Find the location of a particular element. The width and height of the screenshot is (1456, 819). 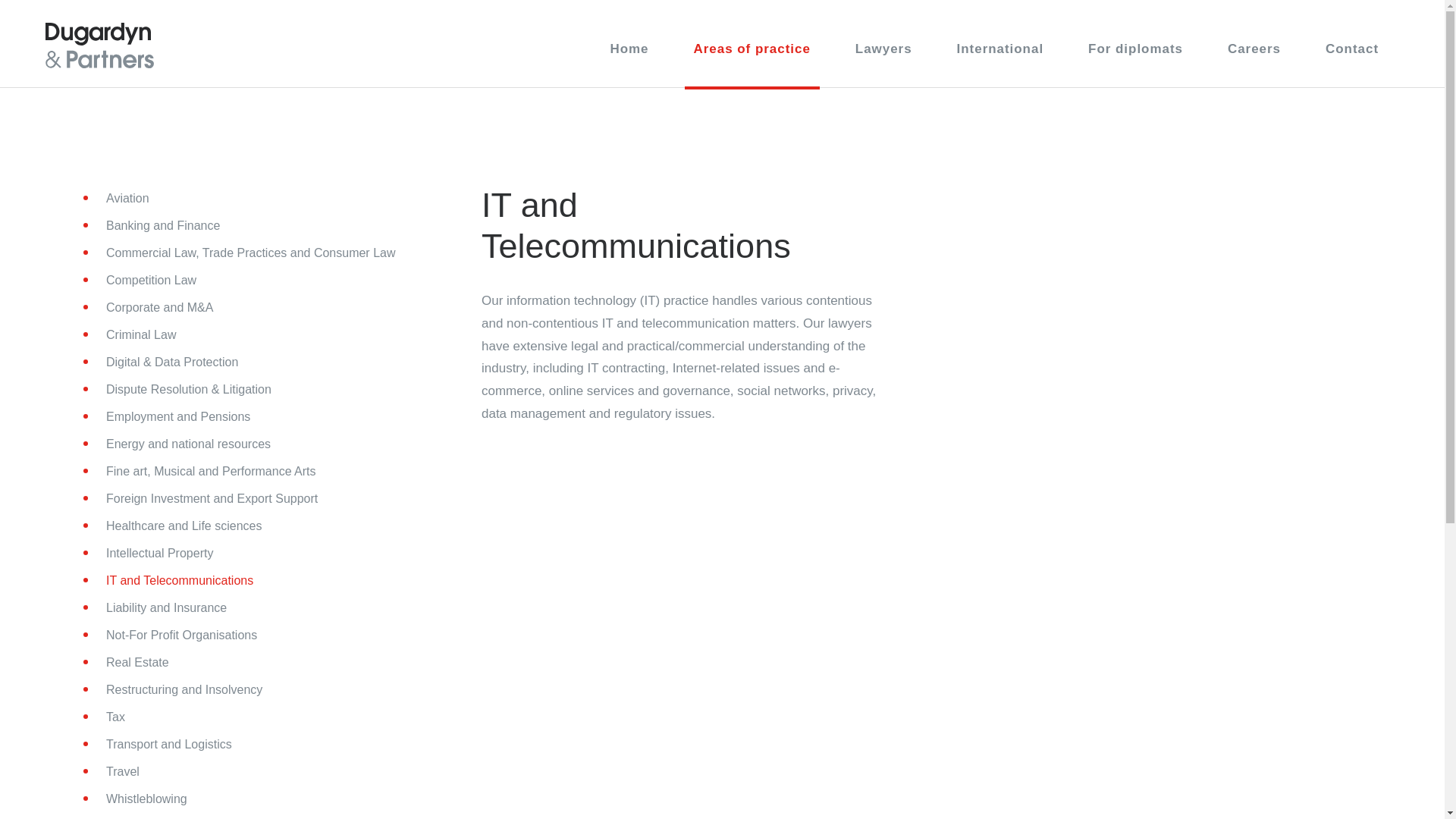

'Lawyers' is located at coordinates (883, 54).